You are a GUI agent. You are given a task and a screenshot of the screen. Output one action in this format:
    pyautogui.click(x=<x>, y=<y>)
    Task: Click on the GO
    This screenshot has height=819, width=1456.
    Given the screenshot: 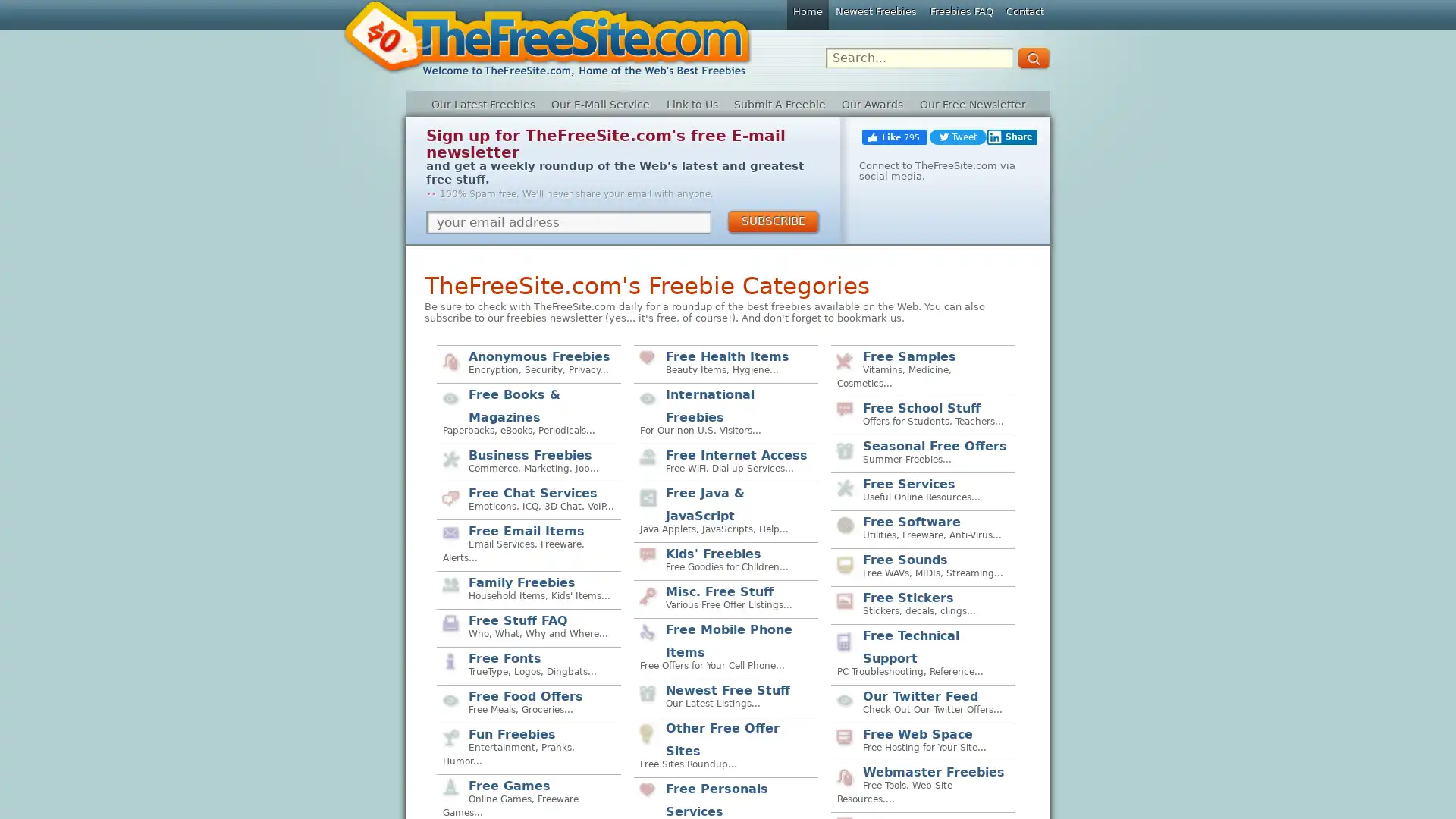 What is the action you would take?
    pyautogui.click(x=1033, y=57)
    